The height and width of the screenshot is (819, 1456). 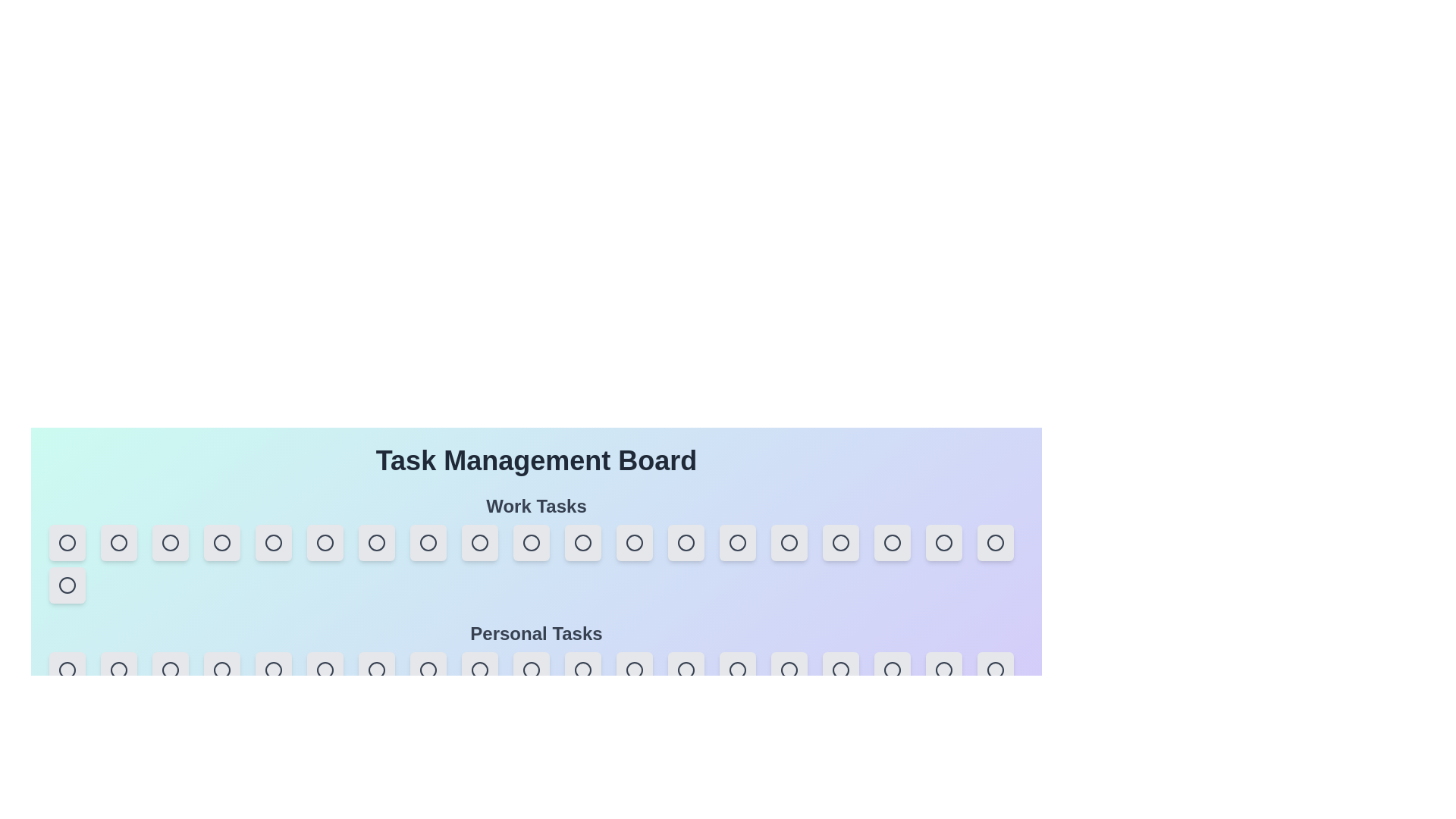 I want to click on the first task button in the 'Work Tasks' section, so click(x=67, y=542).